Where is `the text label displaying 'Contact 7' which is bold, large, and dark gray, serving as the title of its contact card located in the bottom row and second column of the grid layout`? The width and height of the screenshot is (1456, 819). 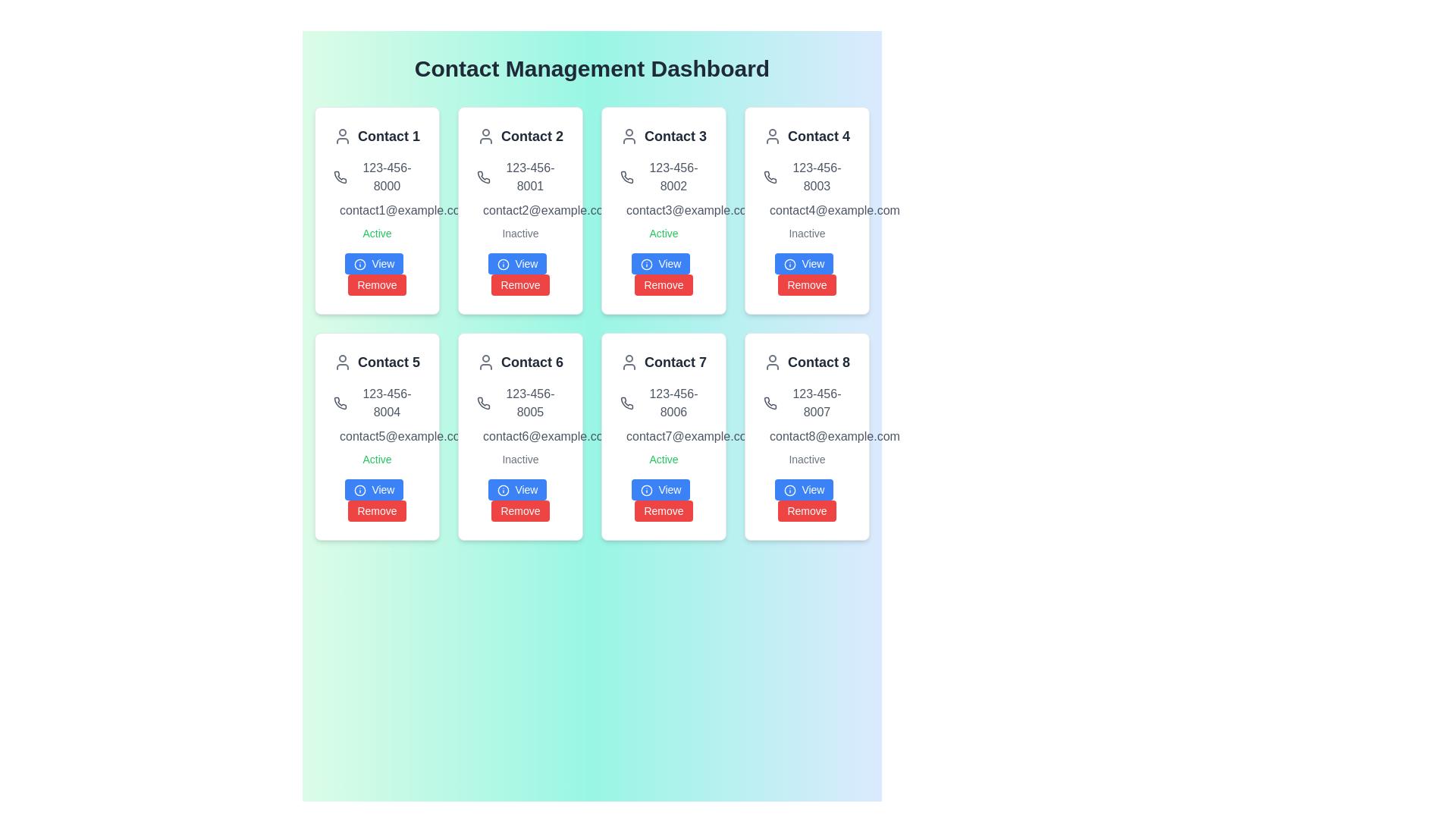
the text label displaying 'Contact 7' which is bold, large, and dark gray, serving as the title of its contact card located in the bottom row and second column of the grid layout is located at coordinates (675, 362).